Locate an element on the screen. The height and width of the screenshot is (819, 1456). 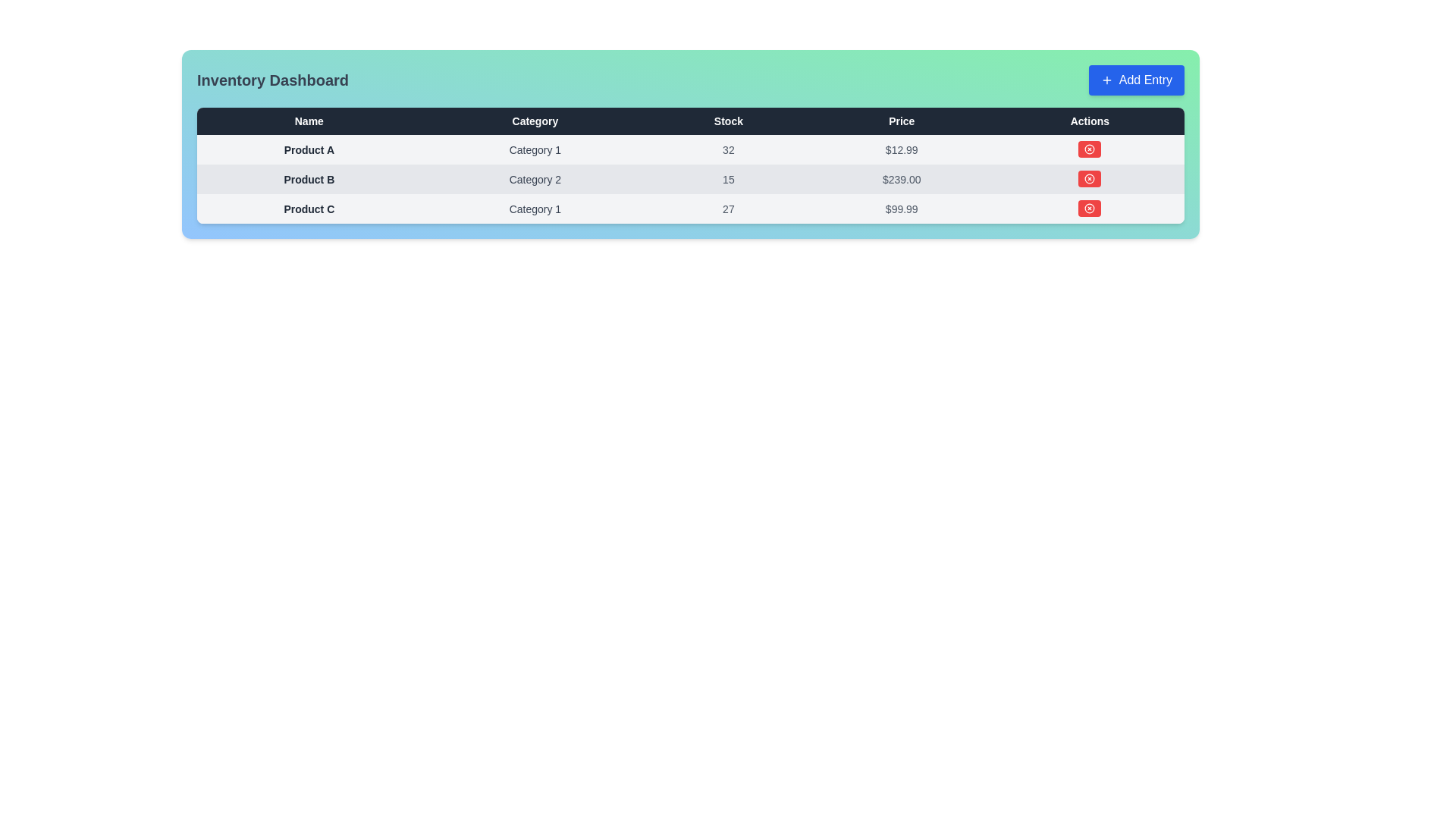
the circular red delete button located in the first row of the 'Actions' column of the inventory table is located at coordinates (1089, 149).